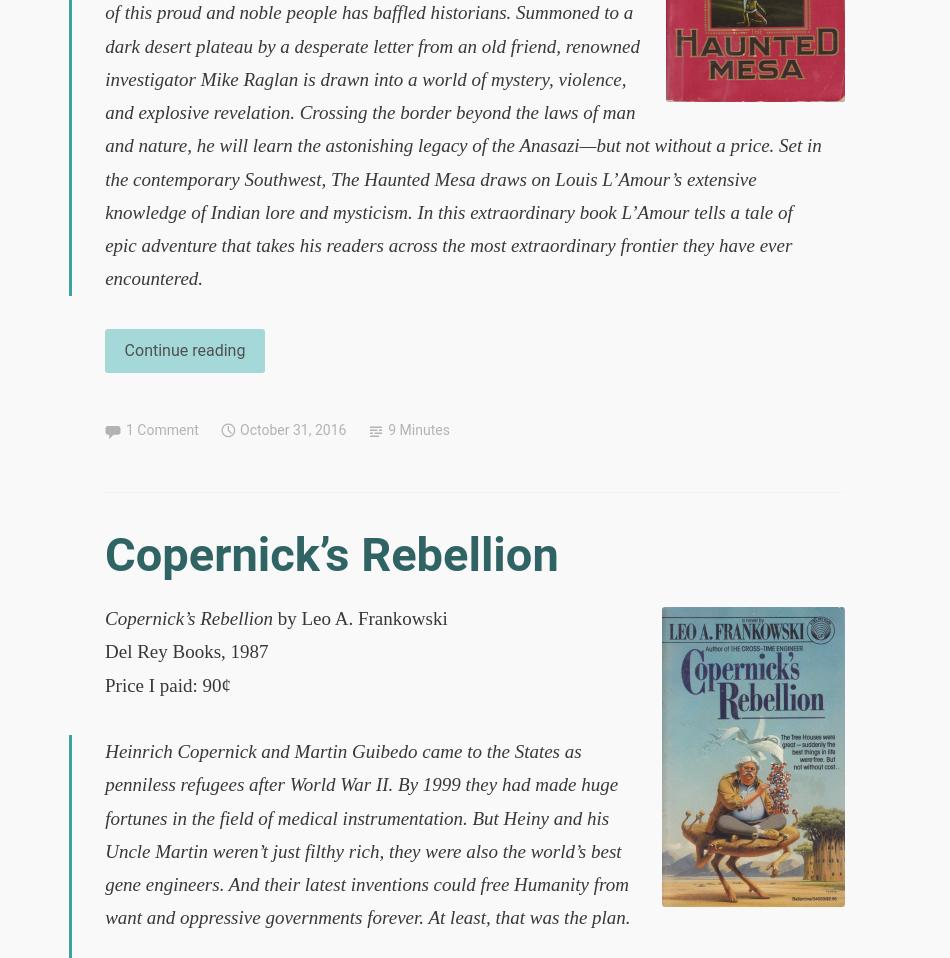 The height and width of the screenshot is (958, 950). I want to click on 'The Haunted Mesa', so click(401, 177).